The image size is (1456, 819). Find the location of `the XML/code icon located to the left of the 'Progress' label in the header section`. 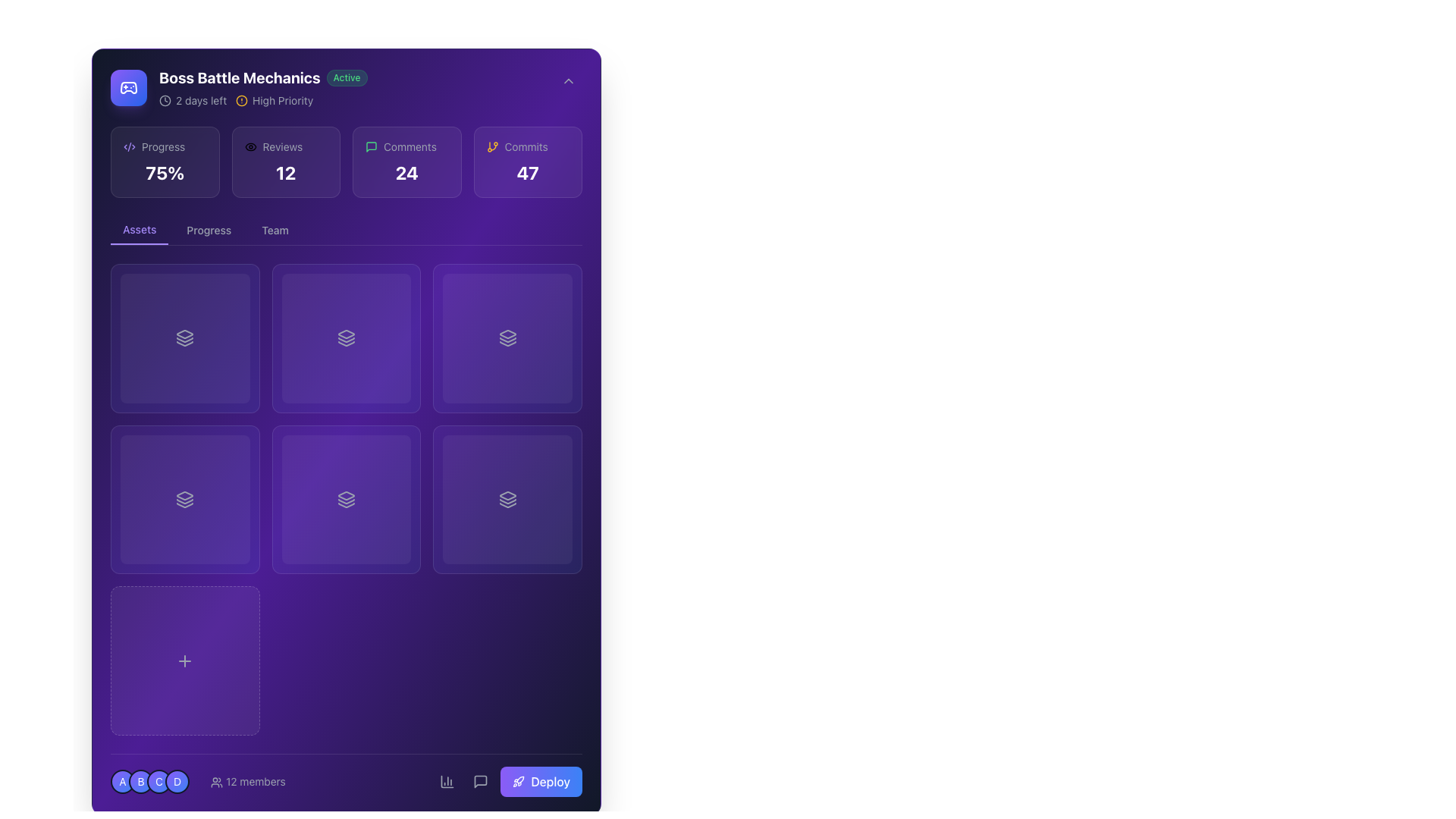

the XML/code icon located to the left of the 'Progress' label in the header section is located at coordinates (130, 146).